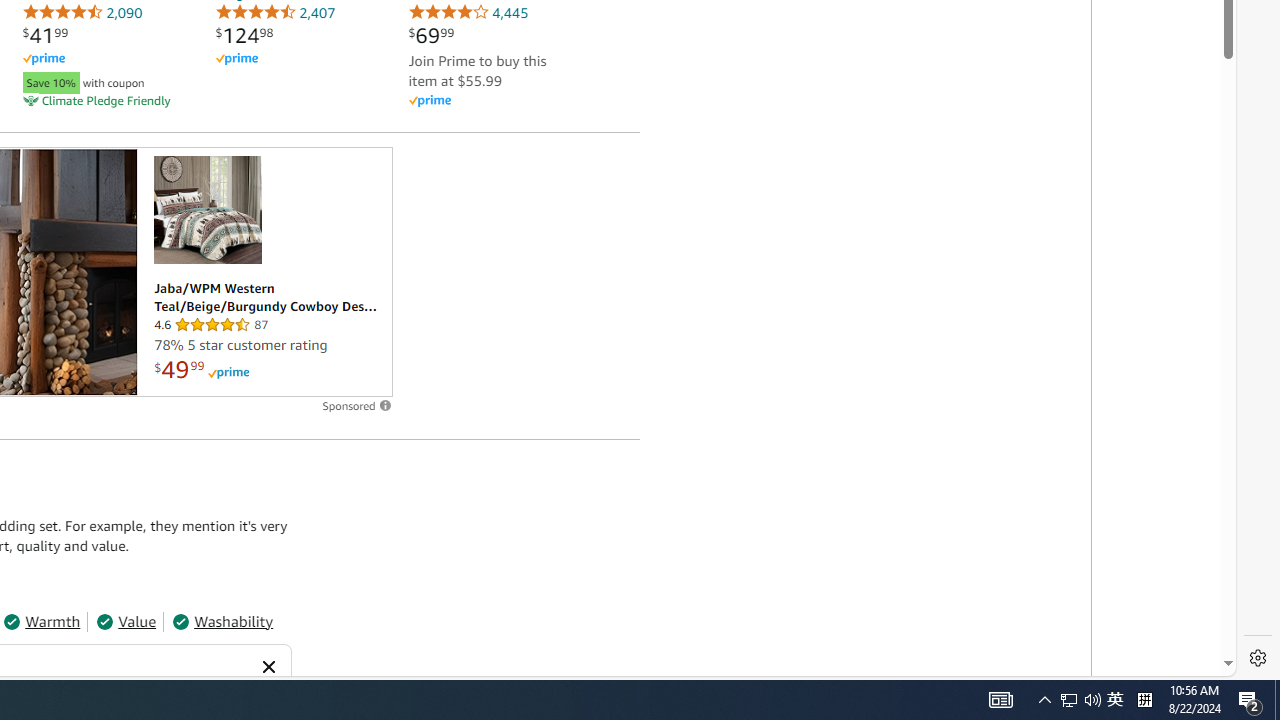 Image resolution: width=1280 pixels, height=720 pixels. What do you see at coordinates (430, 35) in the screenshot?
I see `'$69.99'` at bounding box center [430, 35].